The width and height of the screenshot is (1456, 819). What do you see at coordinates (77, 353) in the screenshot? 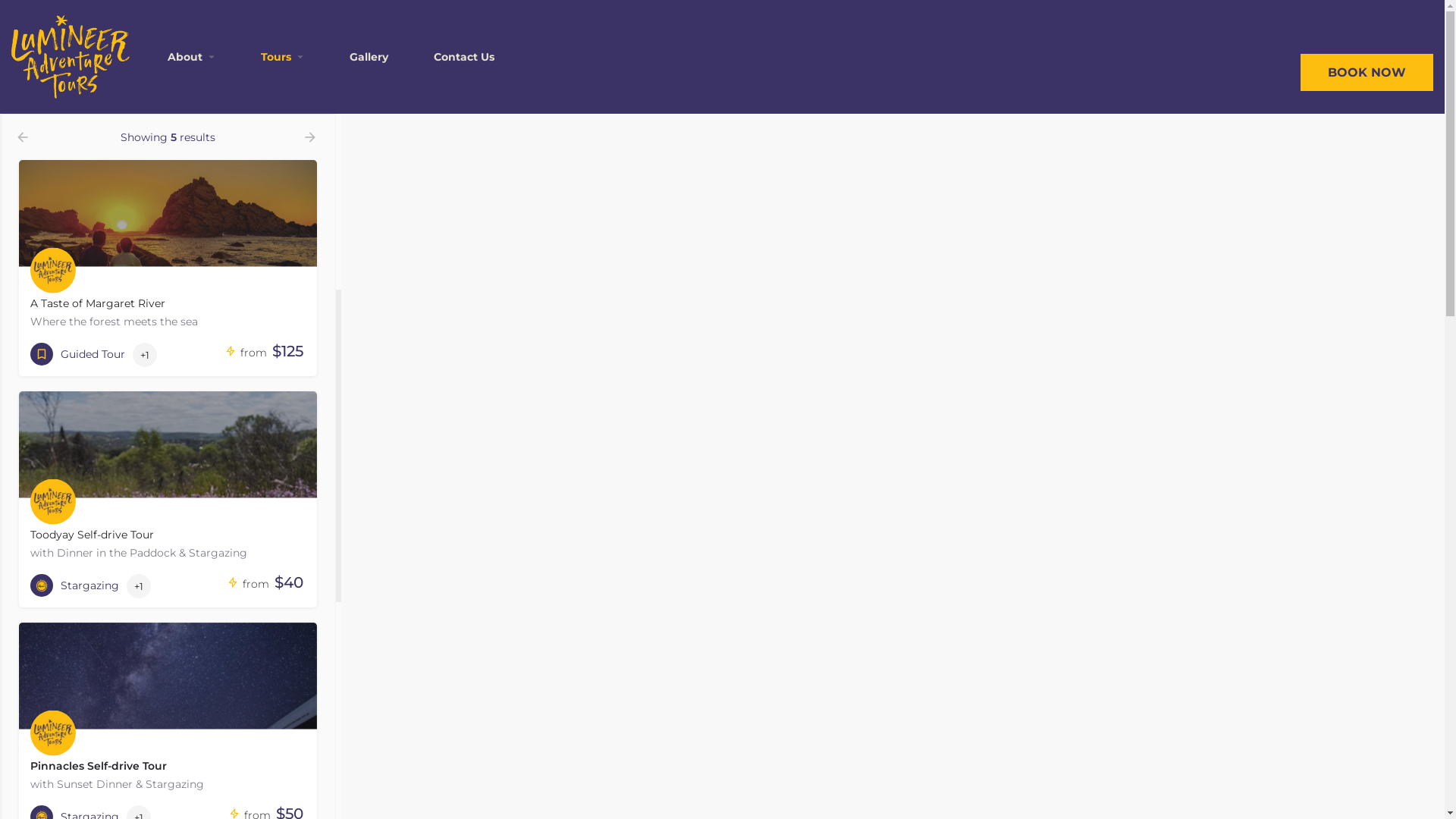
I see `'Guided Tour'` at bounding box center [77, 353].